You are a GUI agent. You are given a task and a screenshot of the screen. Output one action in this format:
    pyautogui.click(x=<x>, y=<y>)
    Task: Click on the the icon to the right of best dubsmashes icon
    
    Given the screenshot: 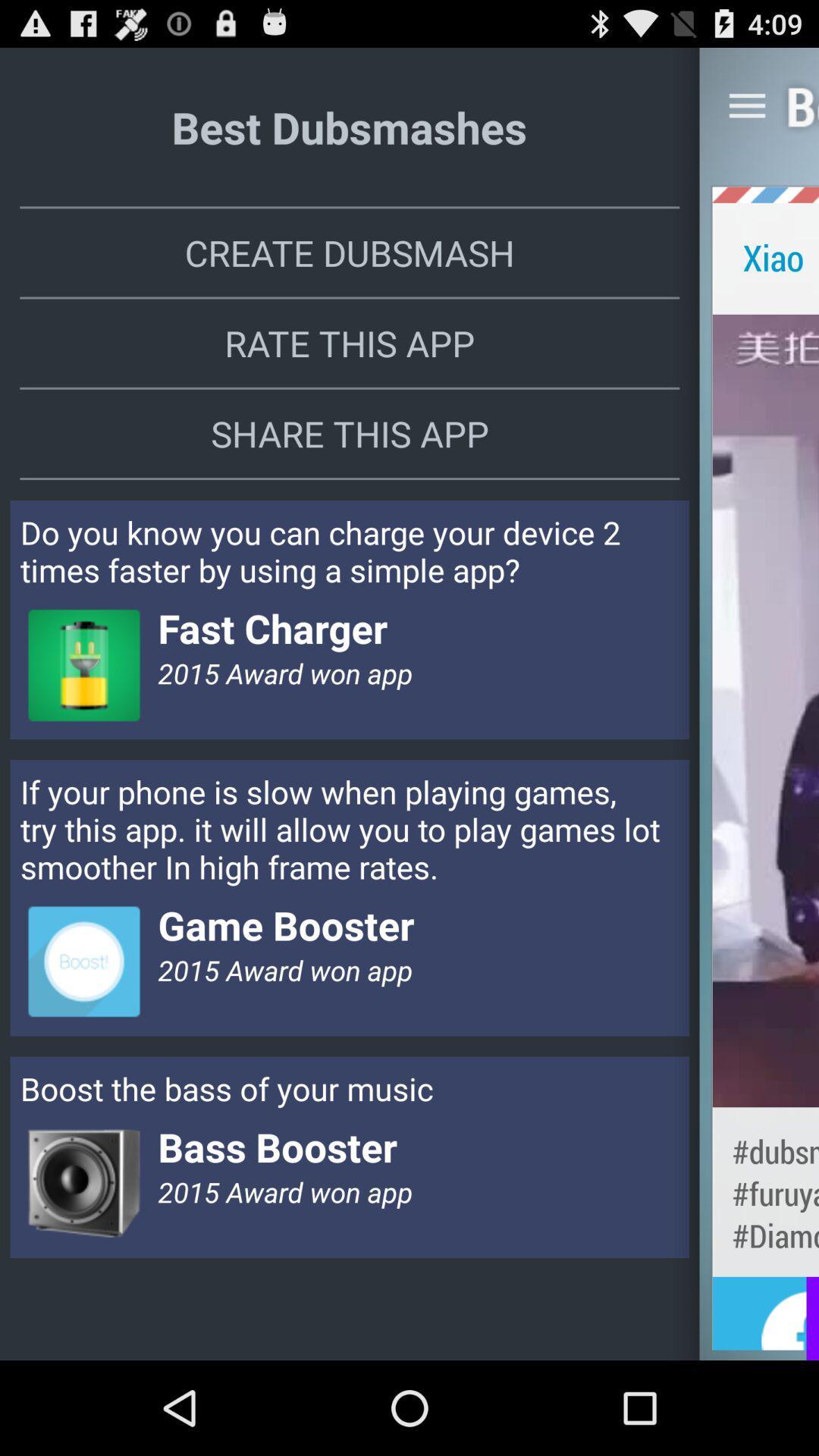 What is the action you would take?
    pyautogui.click(x=746, y=105)
    